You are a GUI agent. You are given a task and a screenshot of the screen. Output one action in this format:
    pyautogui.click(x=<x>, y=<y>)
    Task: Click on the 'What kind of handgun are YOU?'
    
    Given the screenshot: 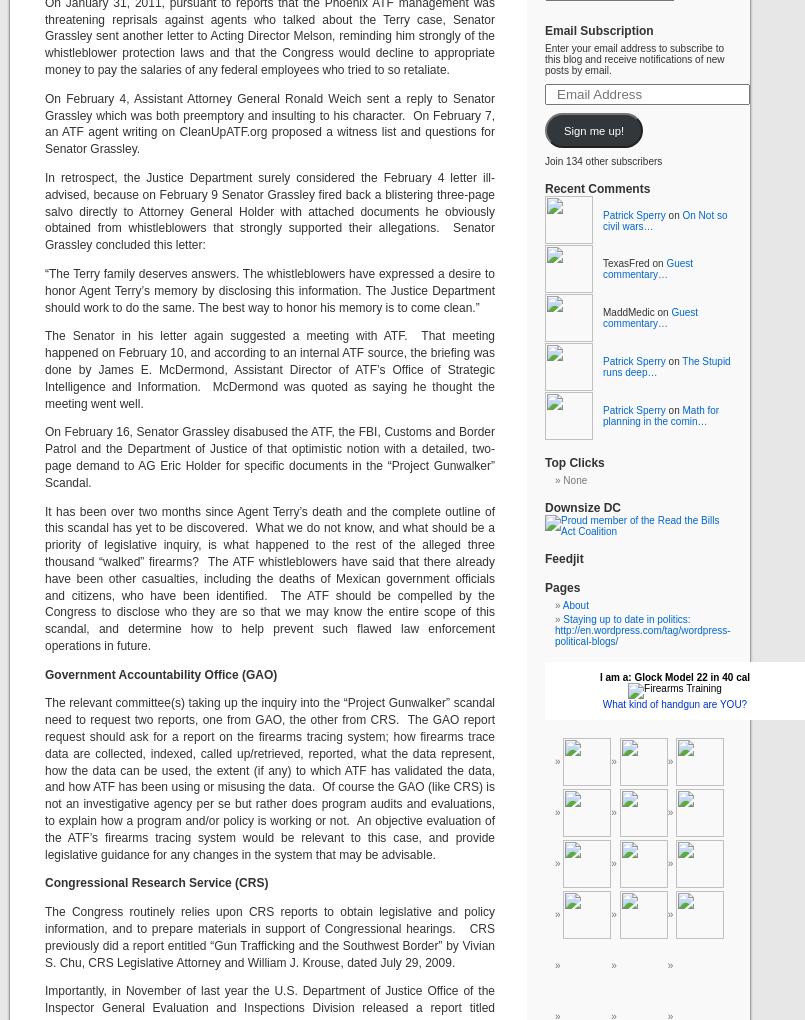 What is the action you would take?
    pyautogui.click(x=601, y=703)
    